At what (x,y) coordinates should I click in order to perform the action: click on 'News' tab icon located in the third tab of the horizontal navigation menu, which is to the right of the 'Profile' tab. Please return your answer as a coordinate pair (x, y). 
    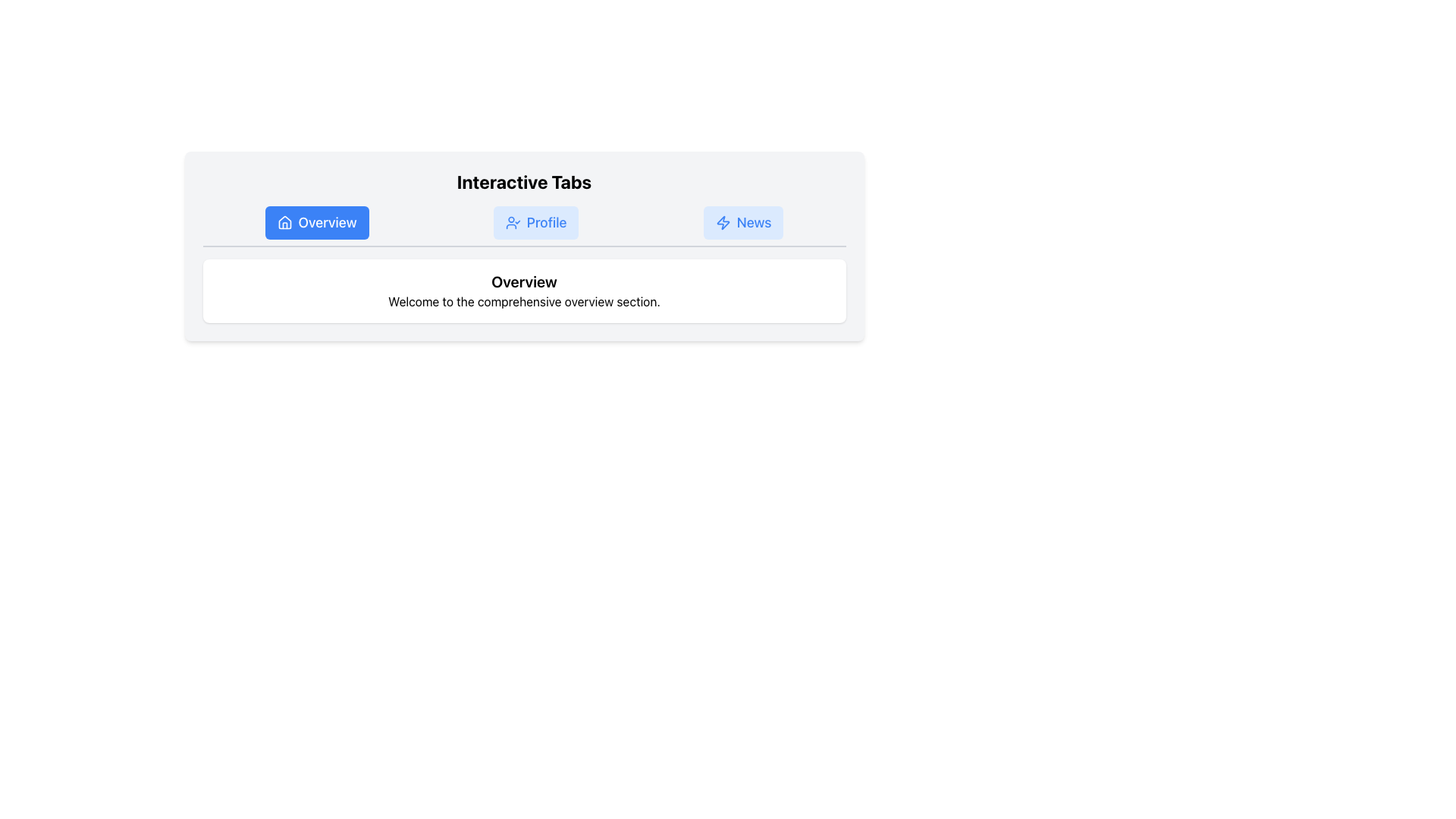
    Looking at the image, I should click on (722, 222).